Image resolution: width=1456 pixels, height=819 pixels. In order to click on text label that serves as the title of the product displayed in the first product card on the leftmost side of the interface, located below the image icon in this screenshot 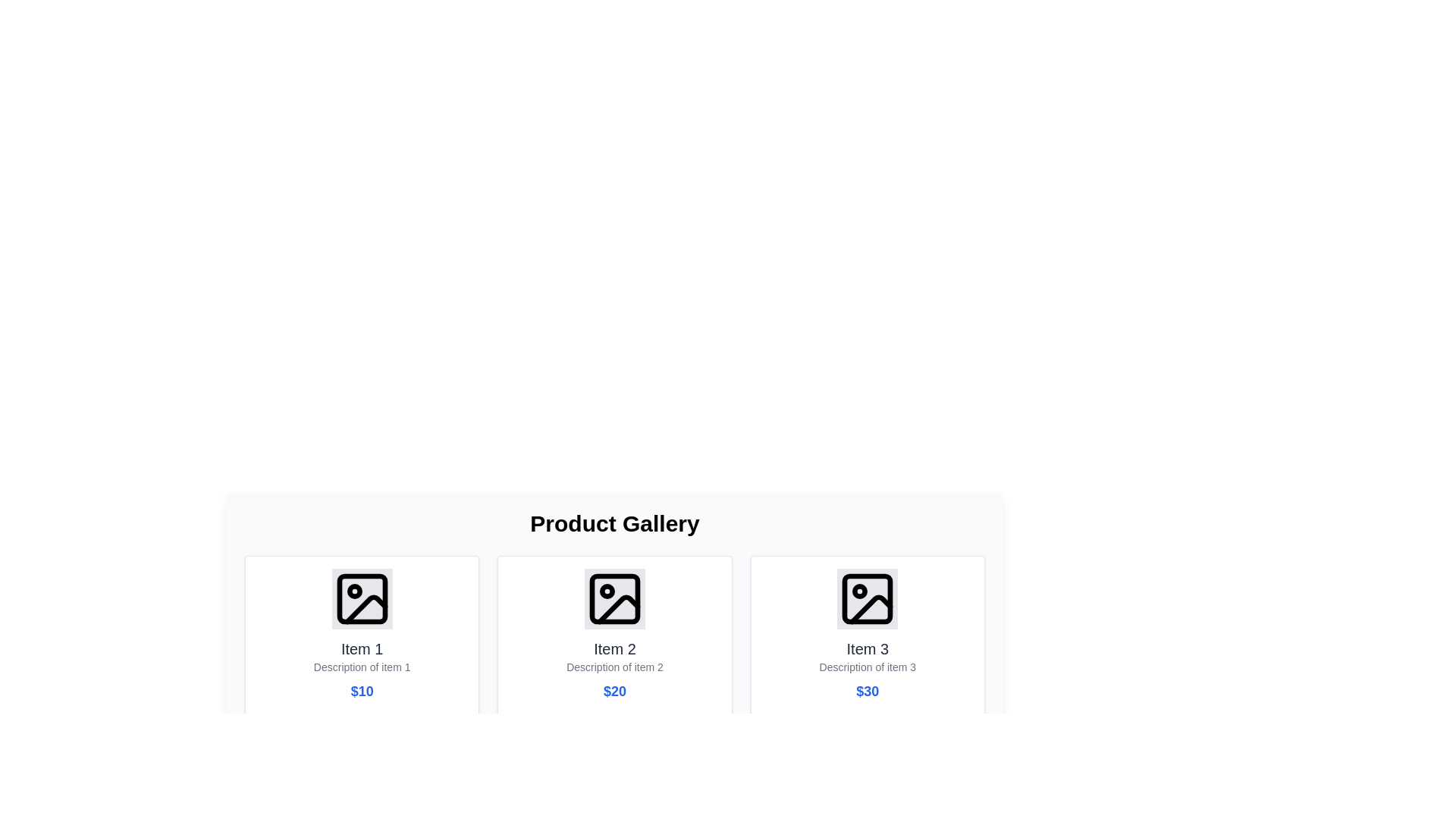, I will do `click(361, 648)`.